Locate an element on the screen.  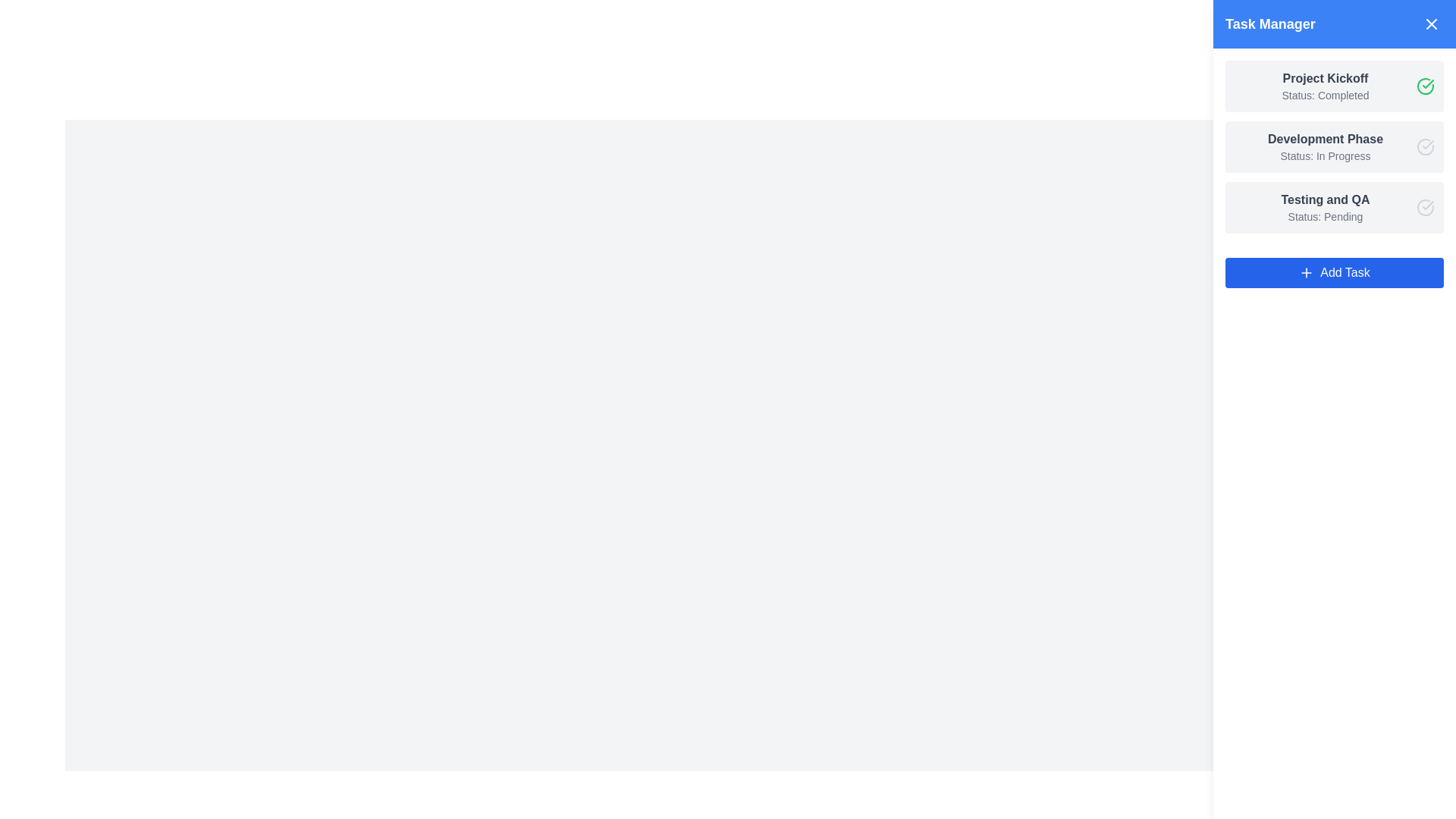
the green checkmark icon indicating completion next to the 'Development Phase' label in the Task Manager section is located at coordinates (1427, 84).